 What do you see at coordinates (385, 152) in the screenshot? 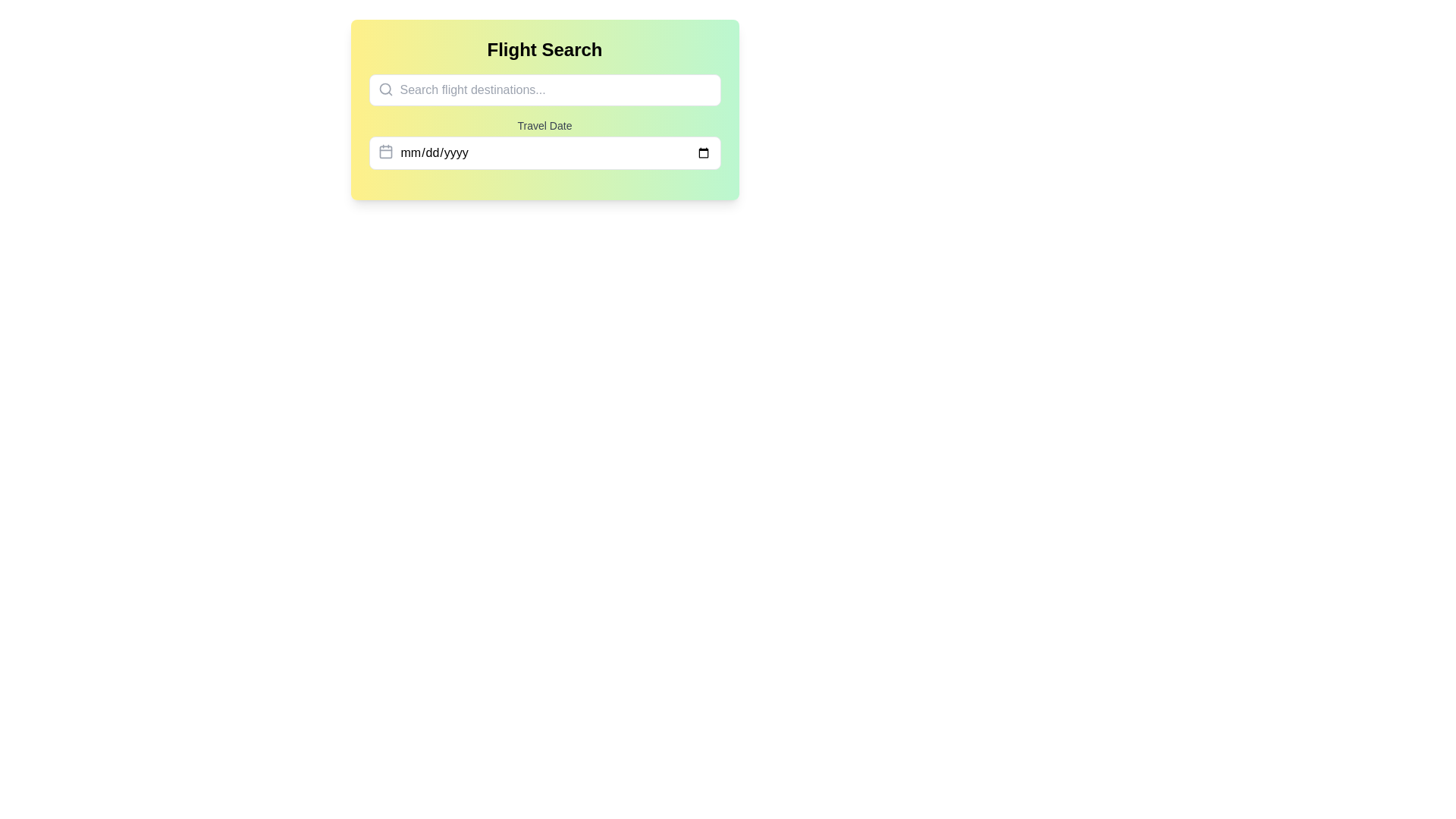
I see `the decorative calendar icon located immediately to the left of the 'mm/dd/yyyy' date input field in the second row of the form` at bounding box center [385, 152].